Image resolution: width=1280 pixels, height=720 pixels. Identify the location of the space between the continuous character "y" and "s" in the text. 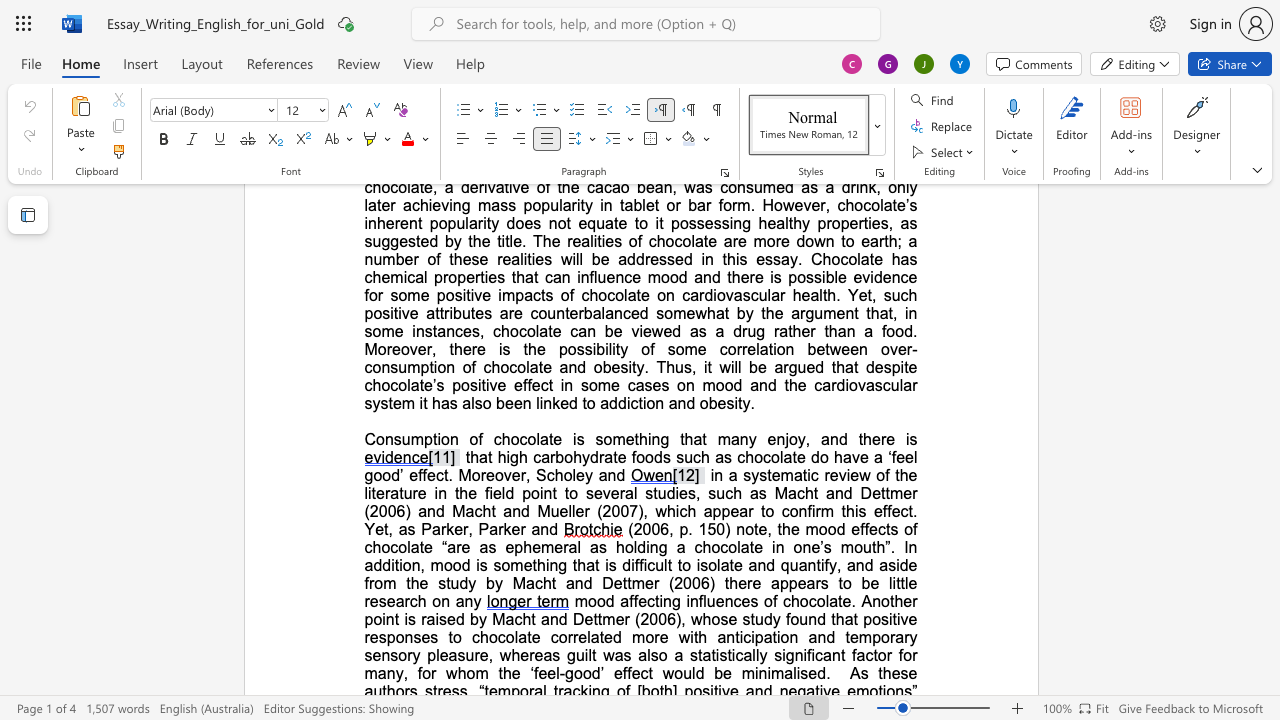
(758, 475).